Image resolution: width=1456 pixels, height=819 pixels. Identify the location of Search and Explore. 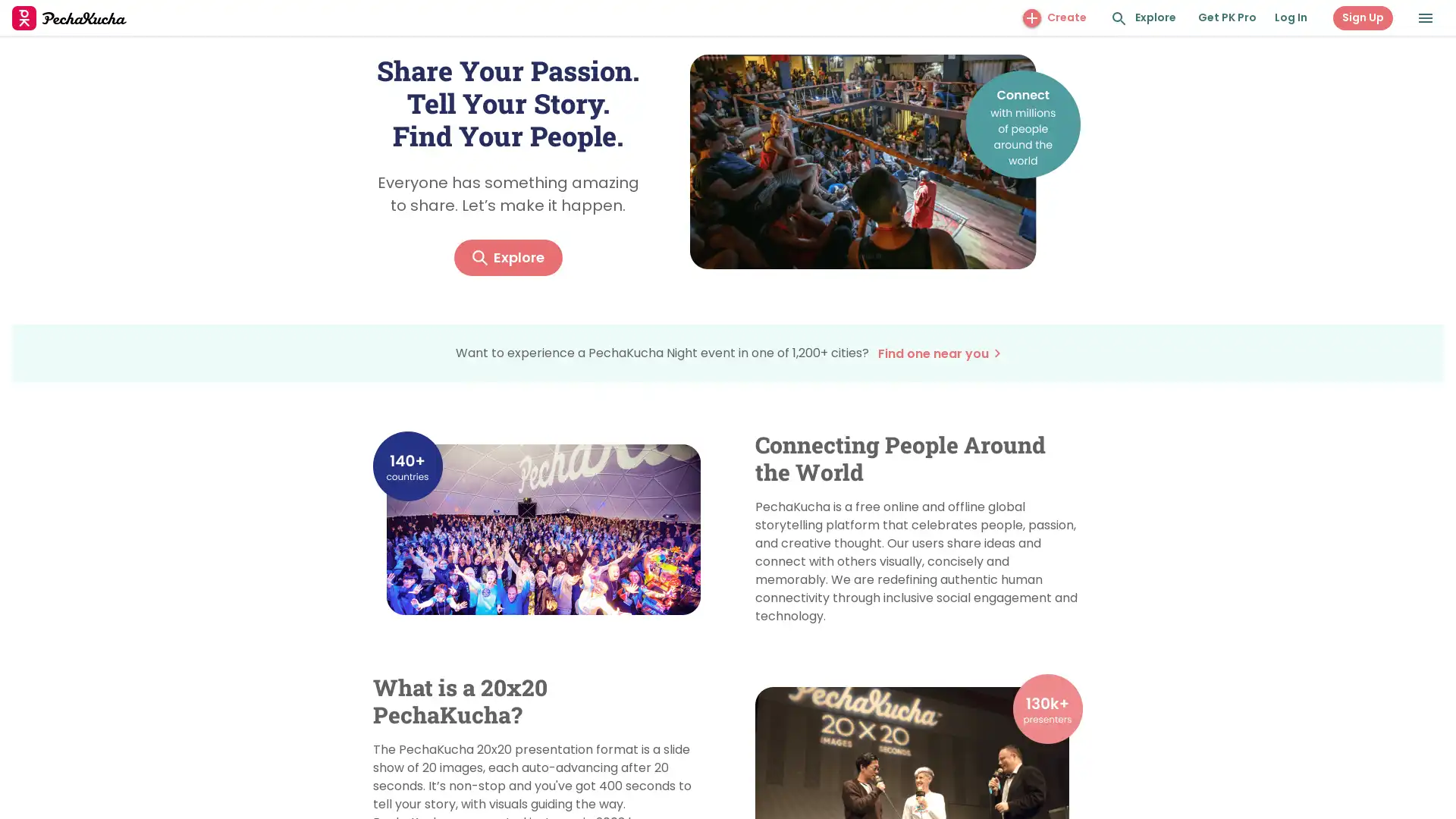
(1119, 18).